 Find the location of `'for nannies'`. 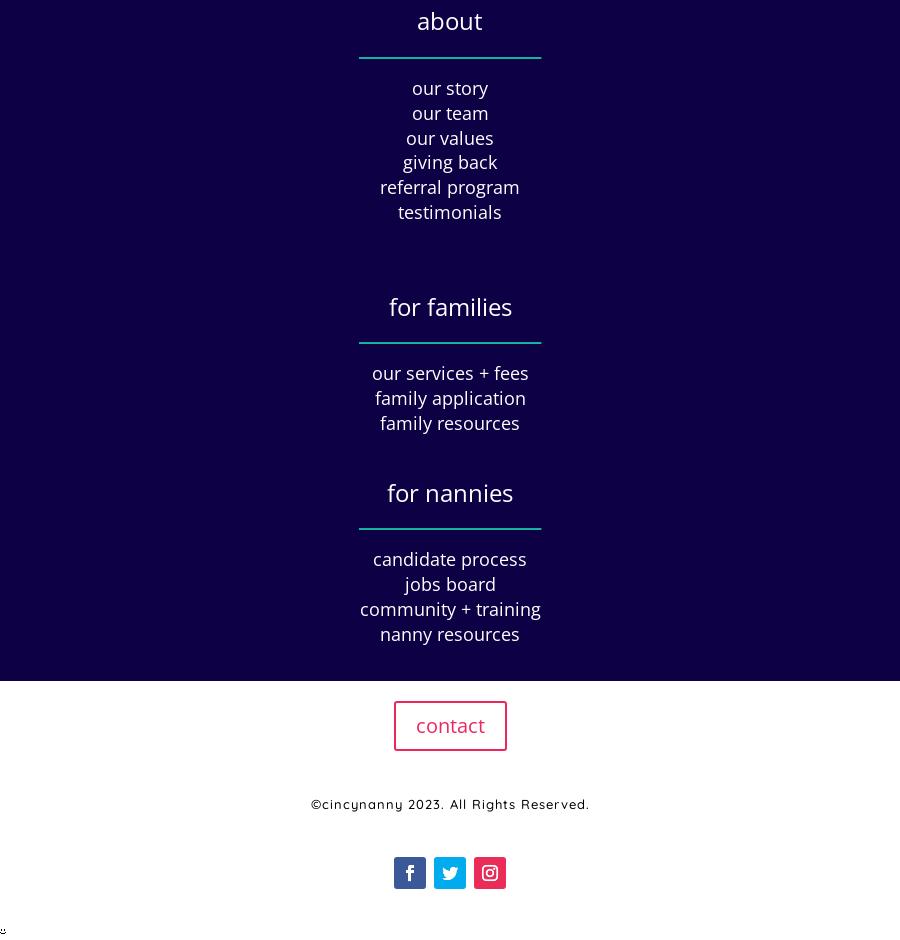

'for nannies' is located at coordinates (450, 491).